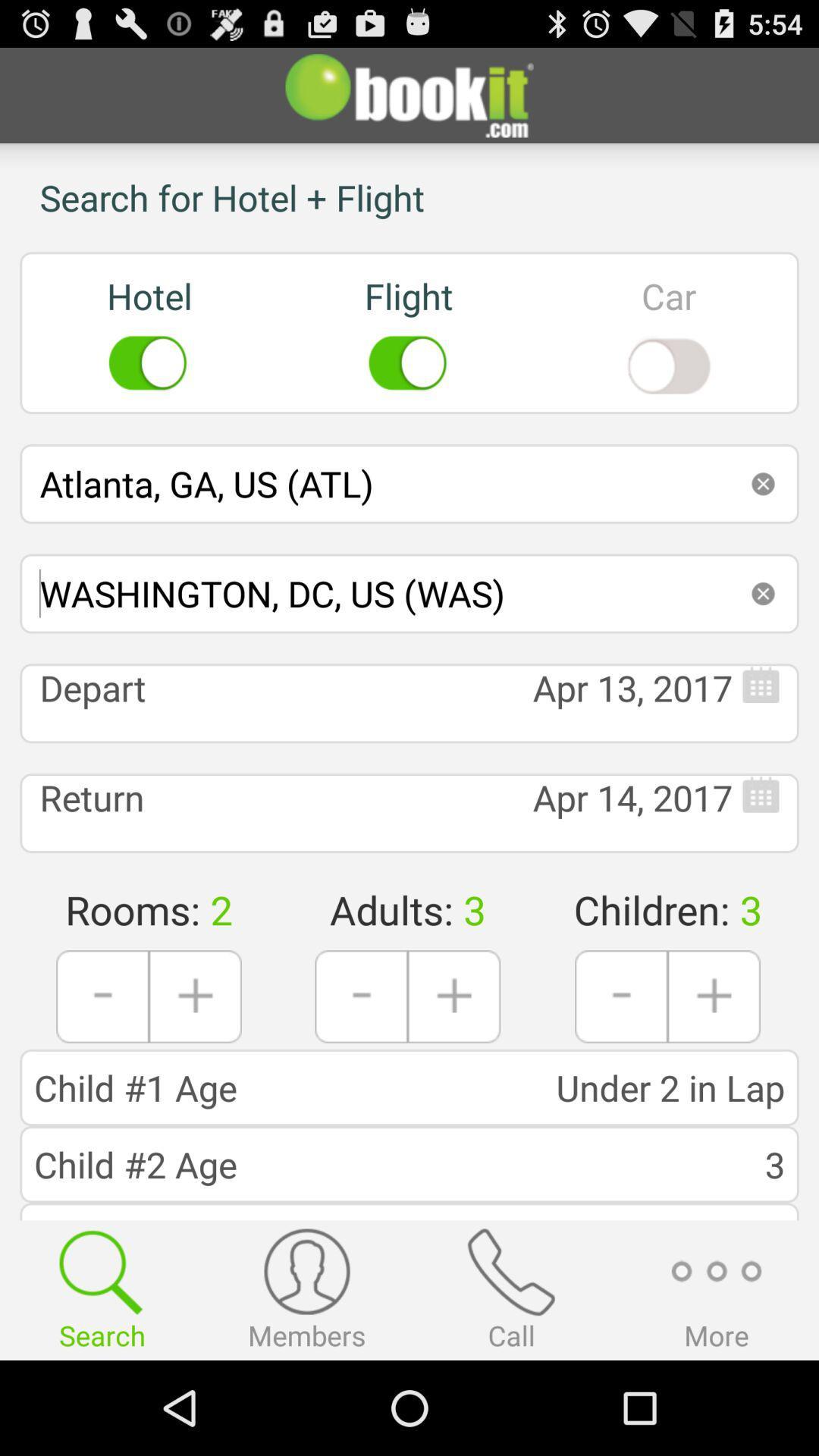  I want to click on the add icon, so click(714, 1065).